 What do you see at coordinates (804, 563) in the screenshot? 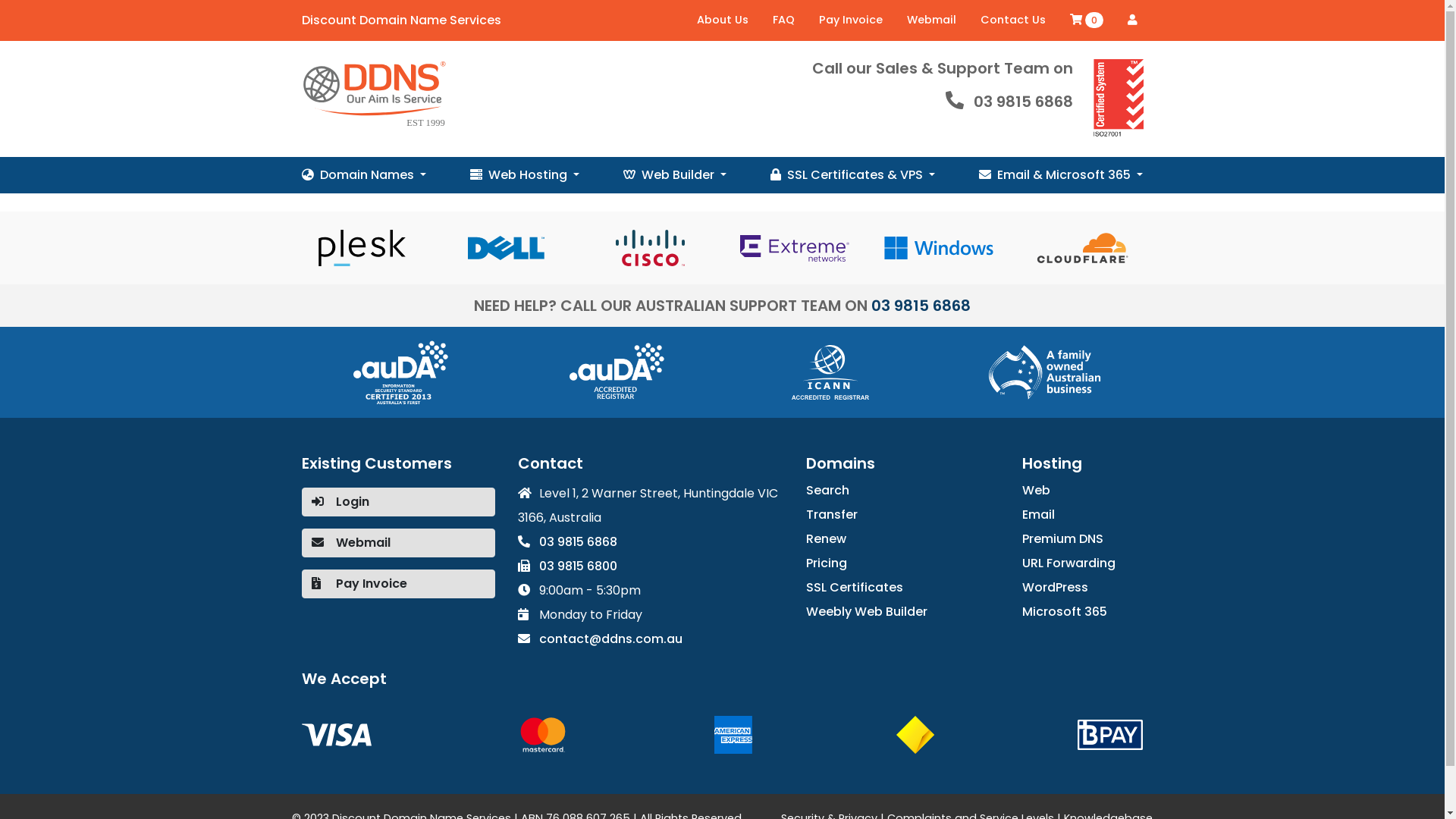
I see `'Pricing'` at bounding box center [804, 563].